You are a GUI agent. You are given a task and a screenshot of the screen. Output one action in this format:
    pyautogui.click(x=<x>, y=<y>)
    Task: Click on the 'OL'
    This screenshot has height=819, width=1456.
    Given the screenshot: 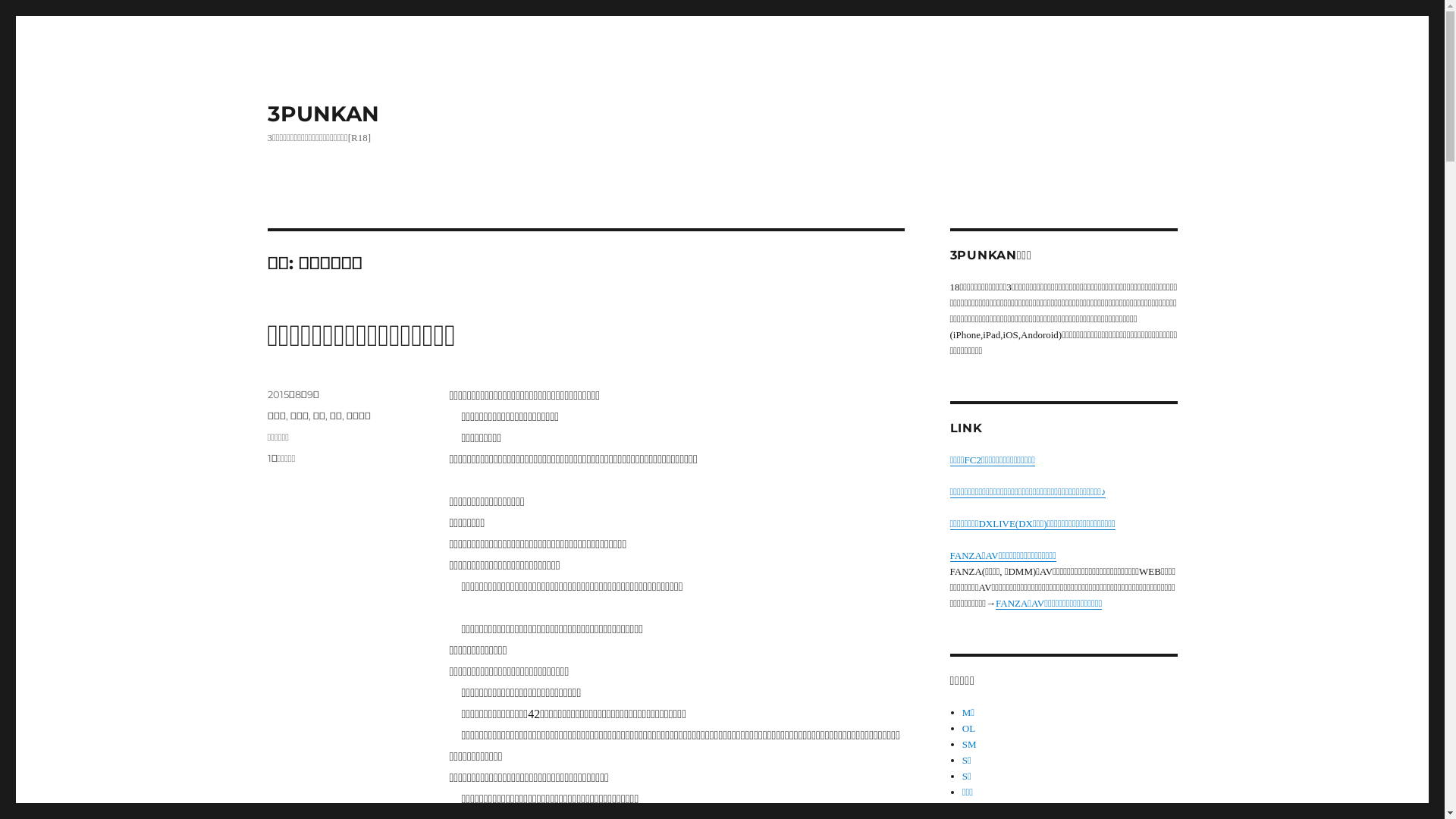 What is the action you would take?
    pyautogui.click(x=968, y=727)
    